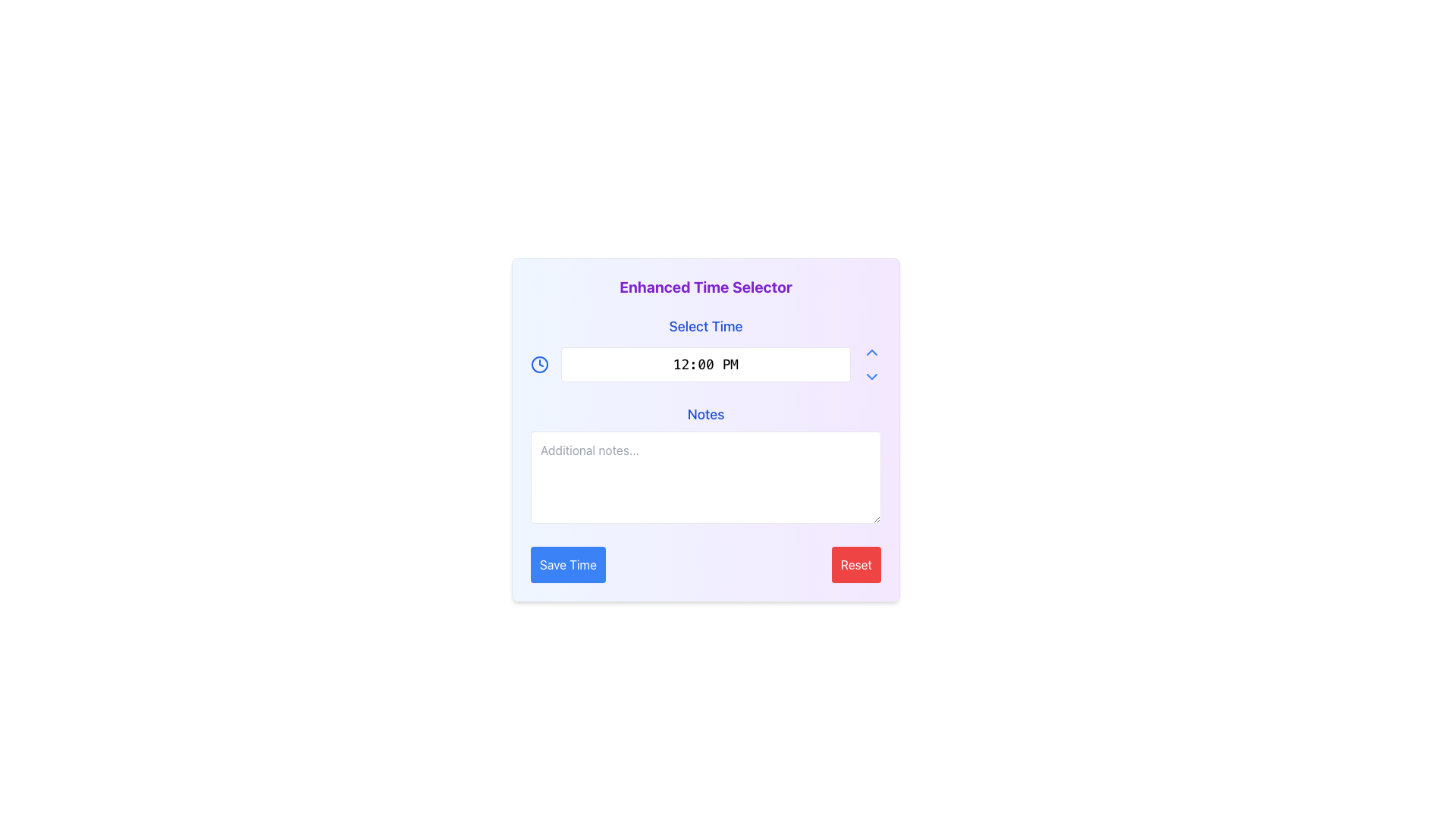 This screenshot has height=819, width=1456. I want to click on the 'Notes' text label, which is displayed in bold blue font and located between a time selector and a multi-line text input box, so click(705, 415).